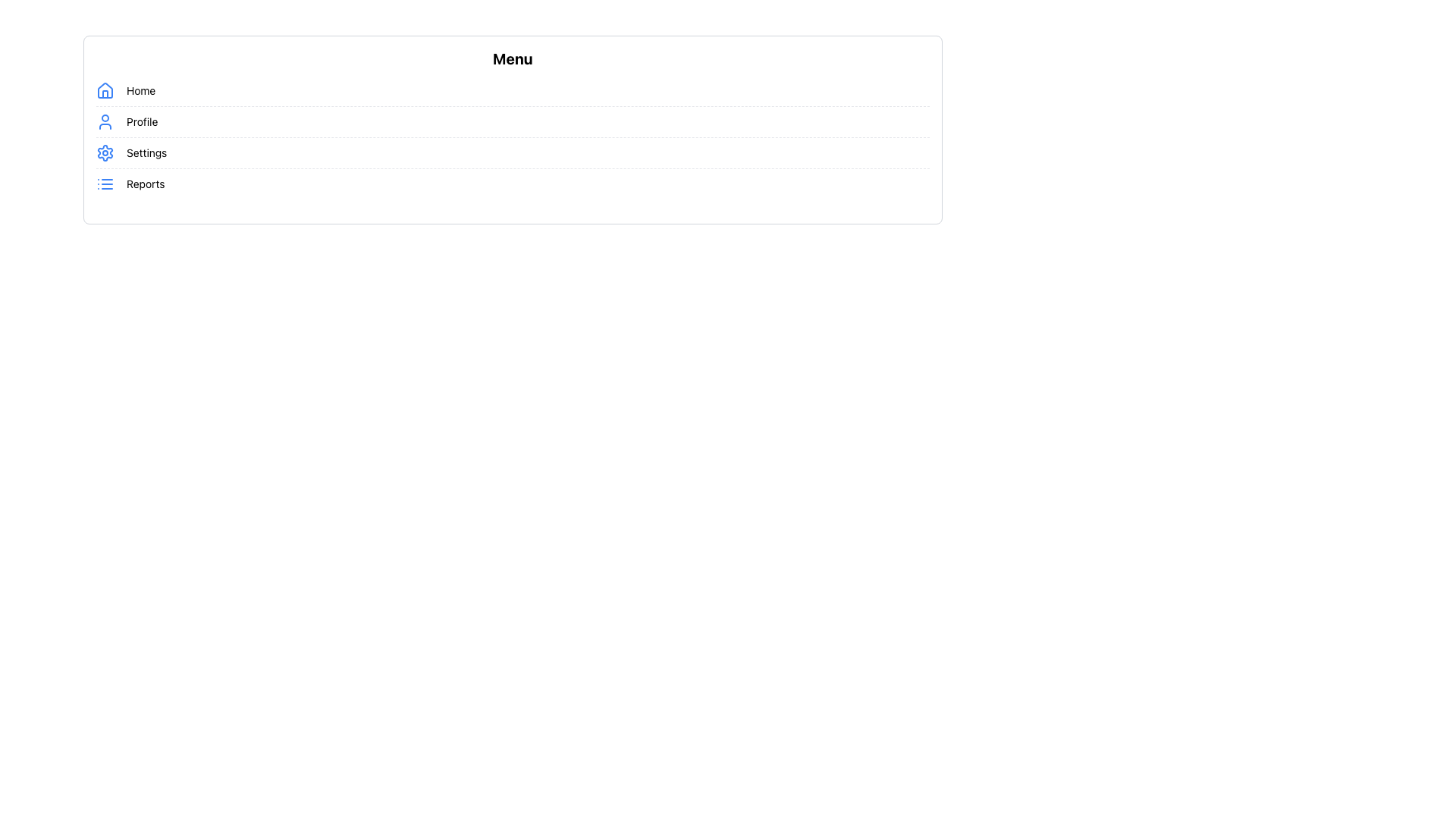 The height and width of the screenshot is (819, 1456). What do you see at coordinates (105, 152) in the screenshot?
I see `the outer gear shape of the 'Settings' icon in the menu, located adjacent to the 'Settings' label, which is the third item in the menu list` at bounding box center [105, 152].